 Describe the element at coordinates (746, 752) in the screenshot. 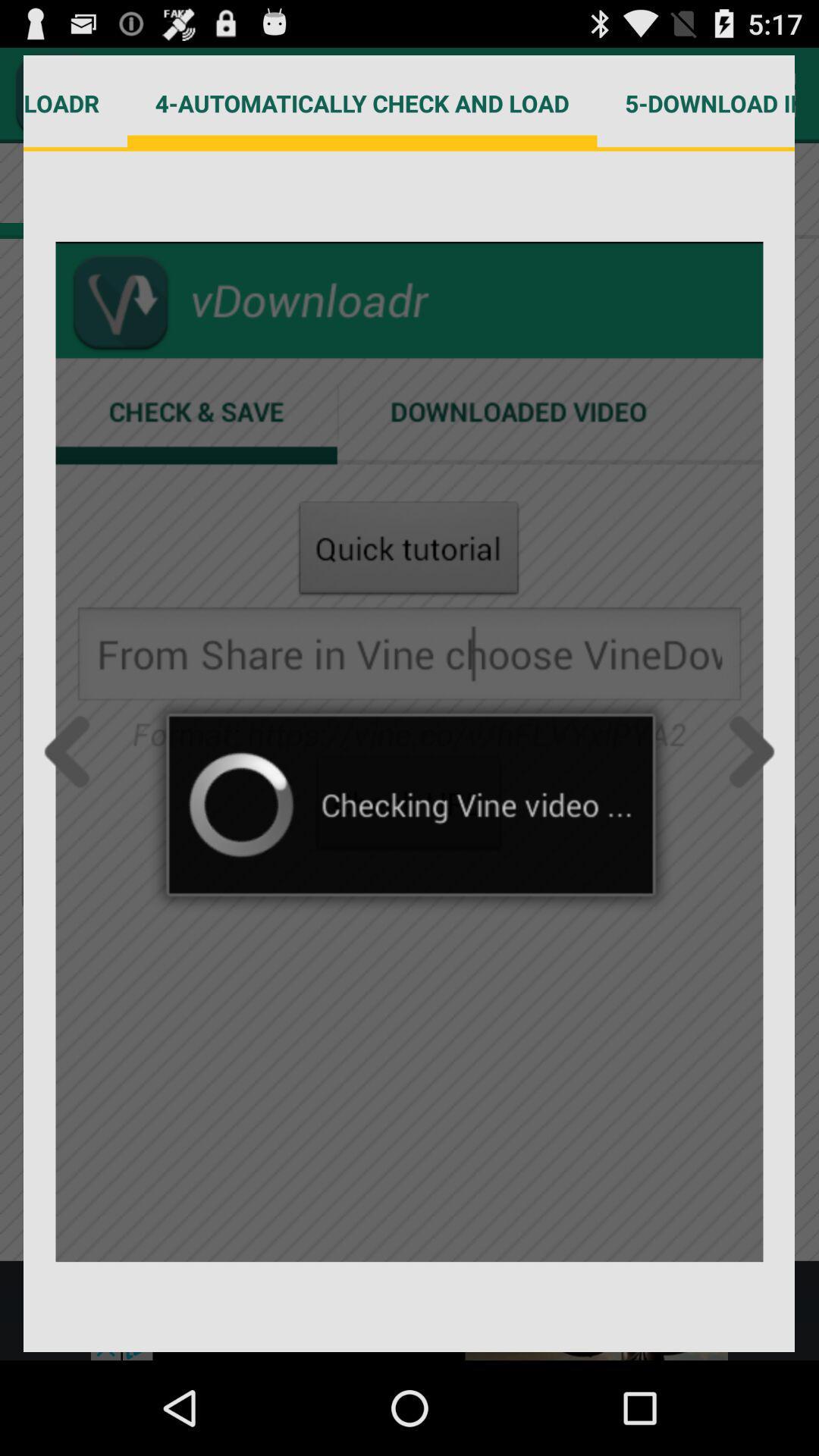

I see `next page` at that location.